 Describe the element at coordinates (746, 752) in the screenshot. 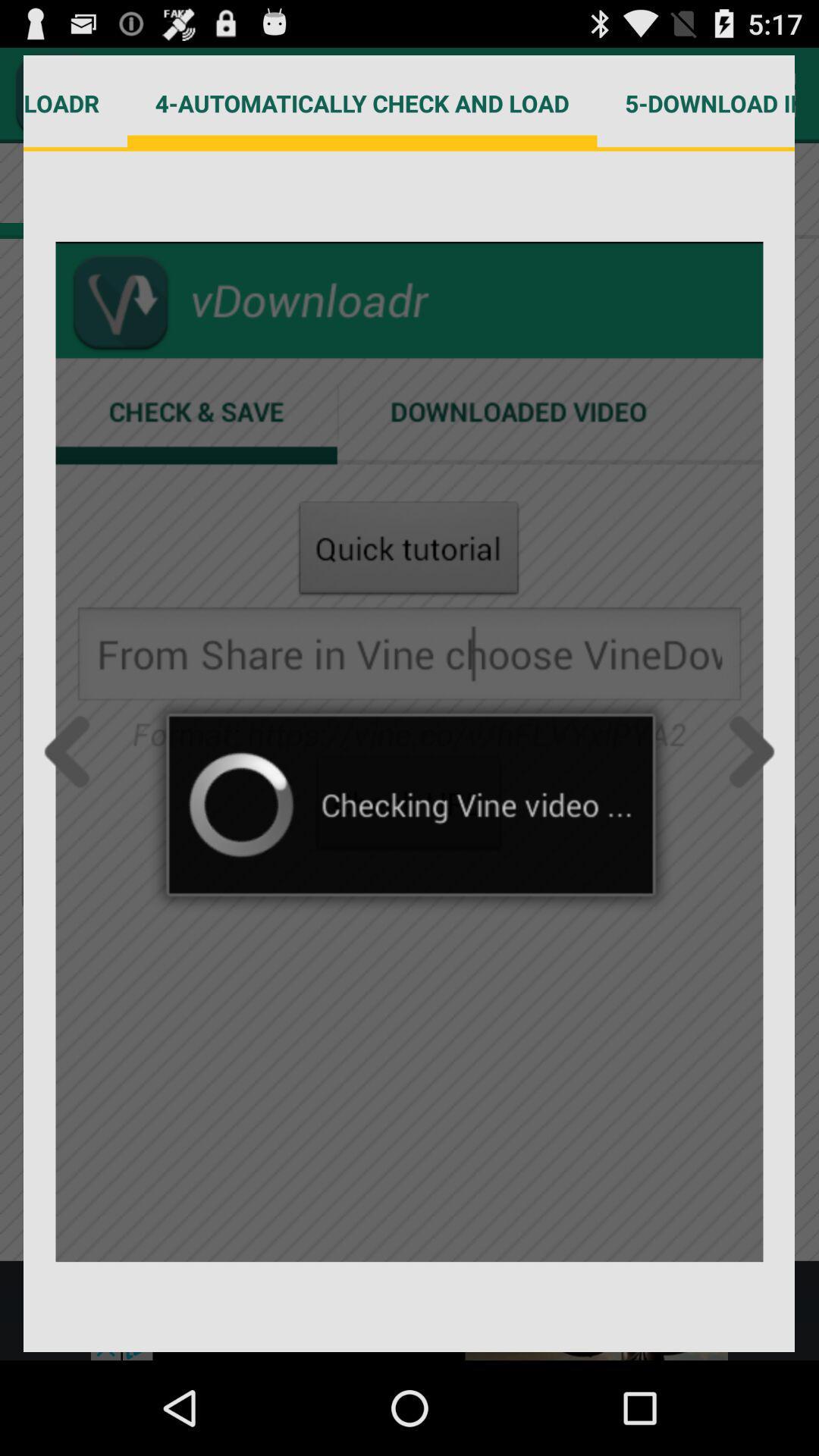

I see `next page` at that location.